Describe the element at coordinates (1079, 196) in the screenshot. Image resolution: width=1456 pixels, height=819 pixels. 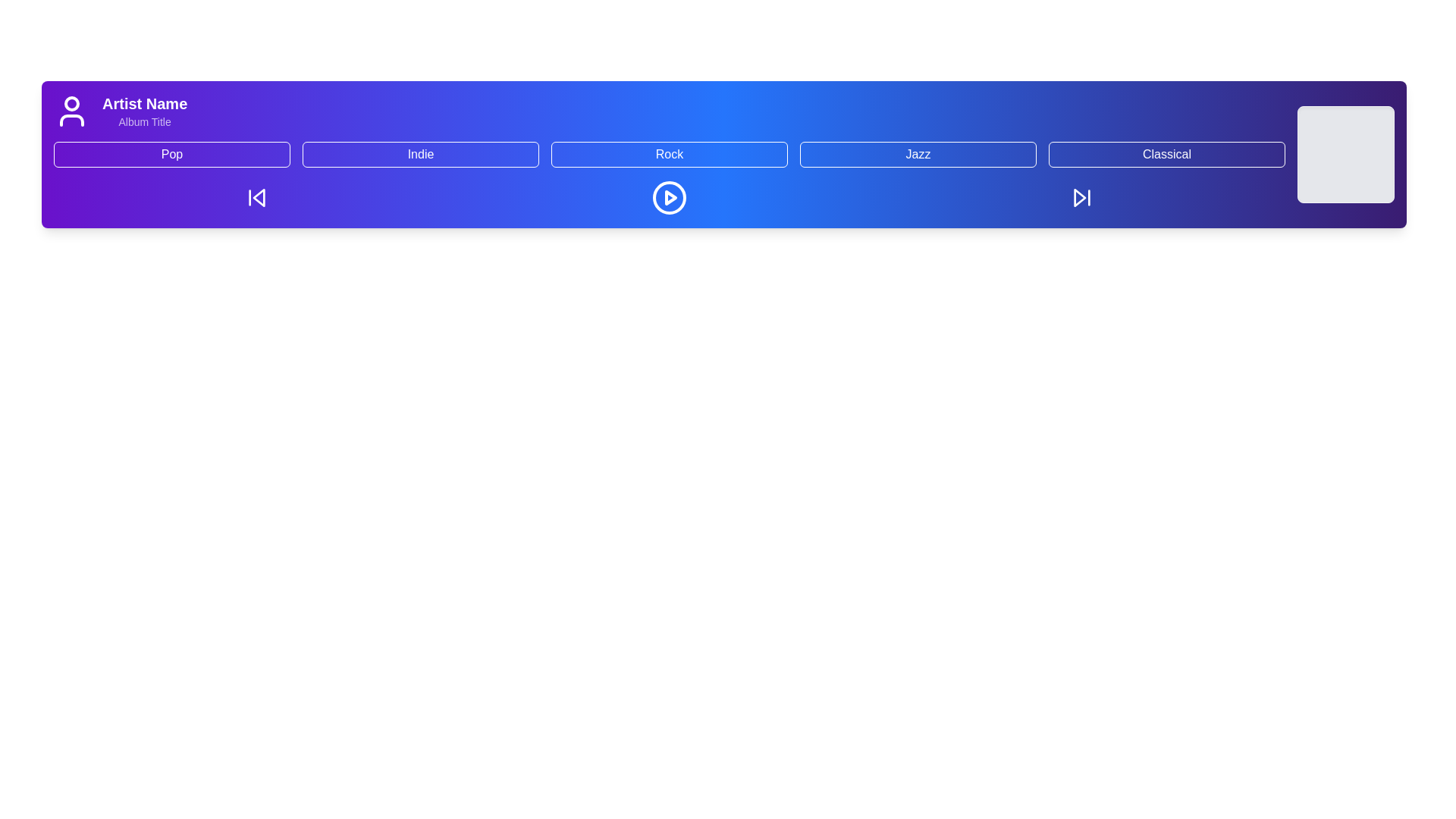
I see `the small triangular 'next' icon located on the right side of the interface` at that location.